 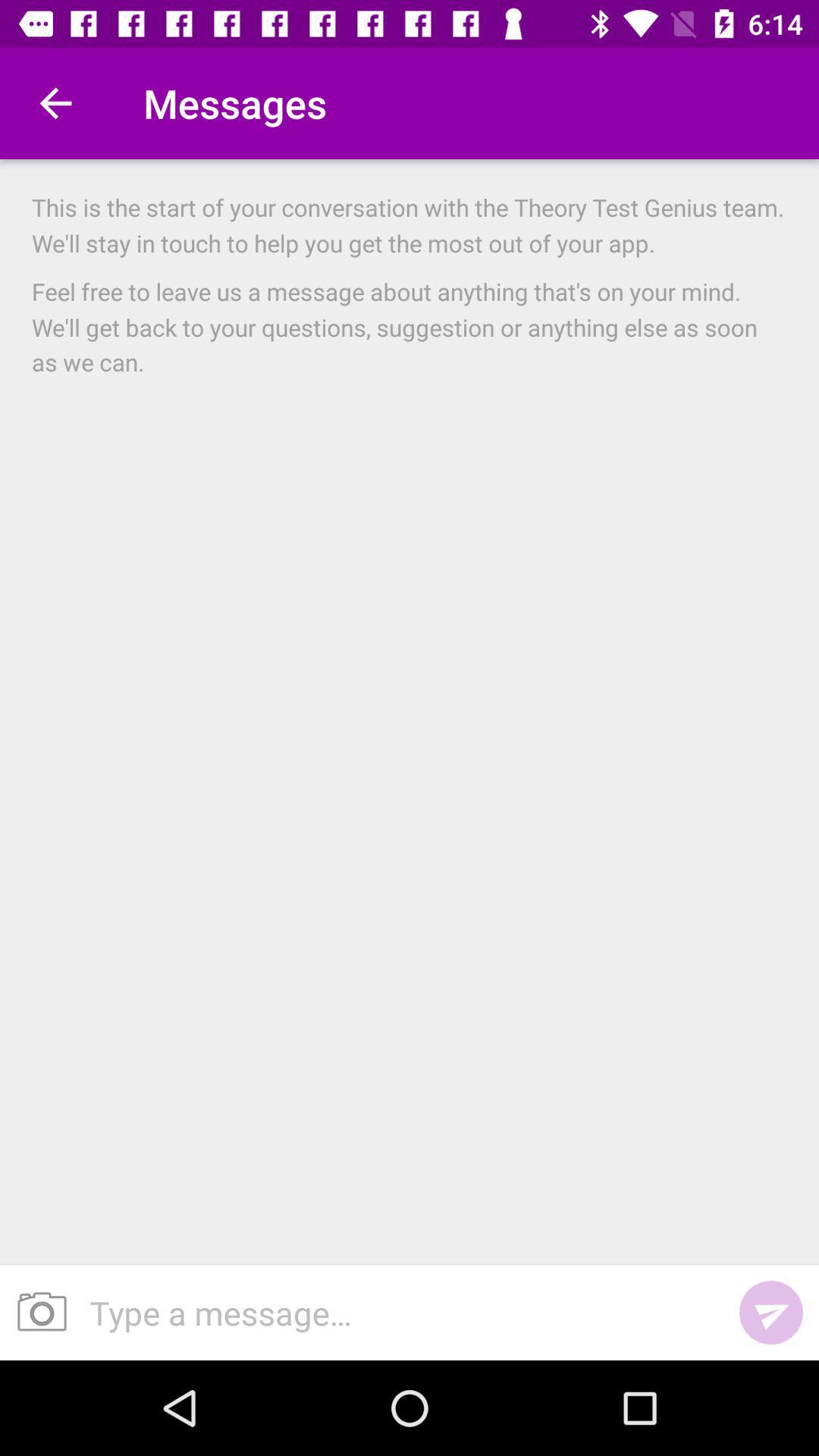 I want to click on the item below feel free to, so click(x=771, y=1312).